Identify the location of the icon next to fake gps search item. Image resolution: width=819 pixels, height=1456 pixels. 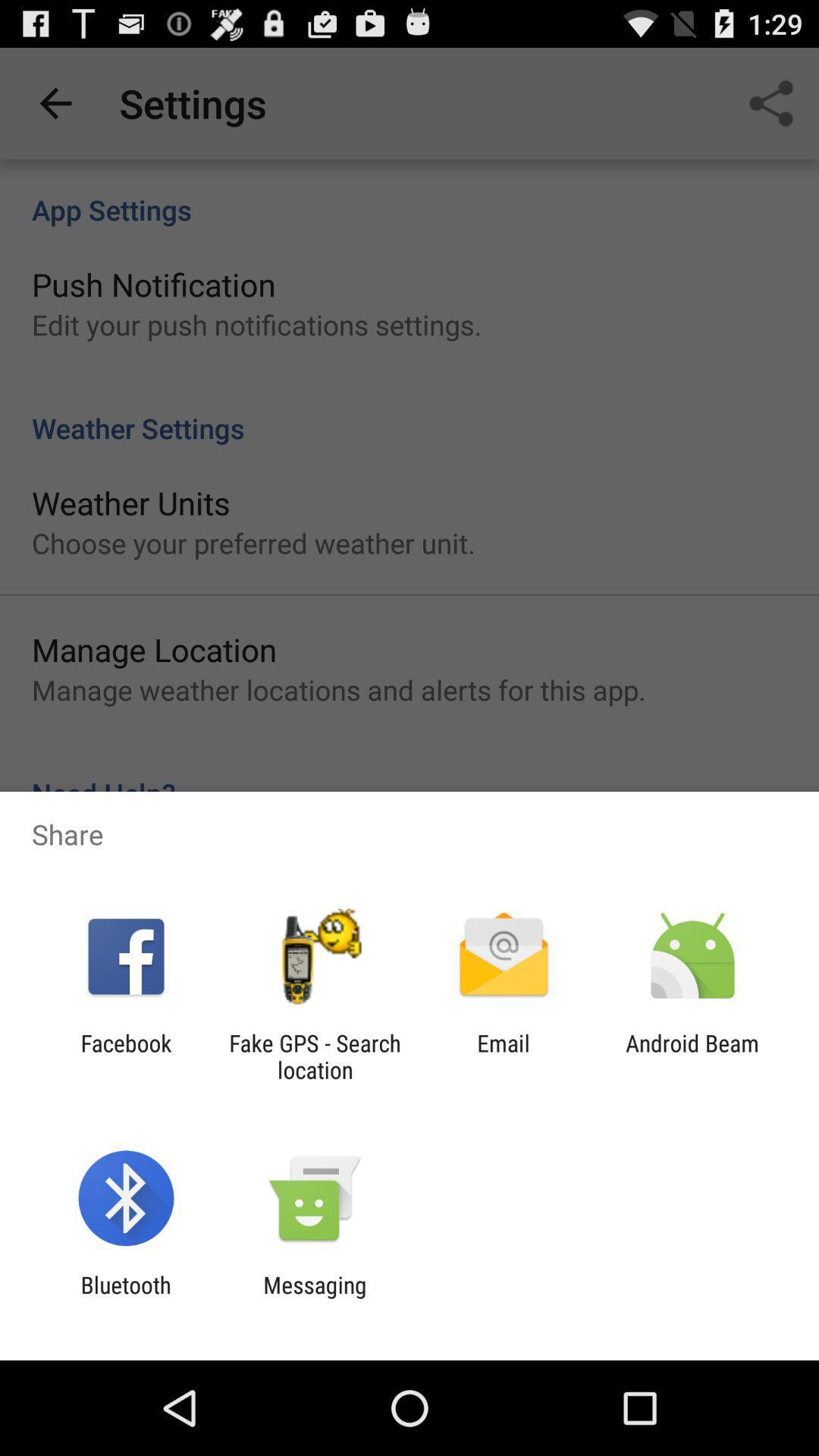
(125, 1056).